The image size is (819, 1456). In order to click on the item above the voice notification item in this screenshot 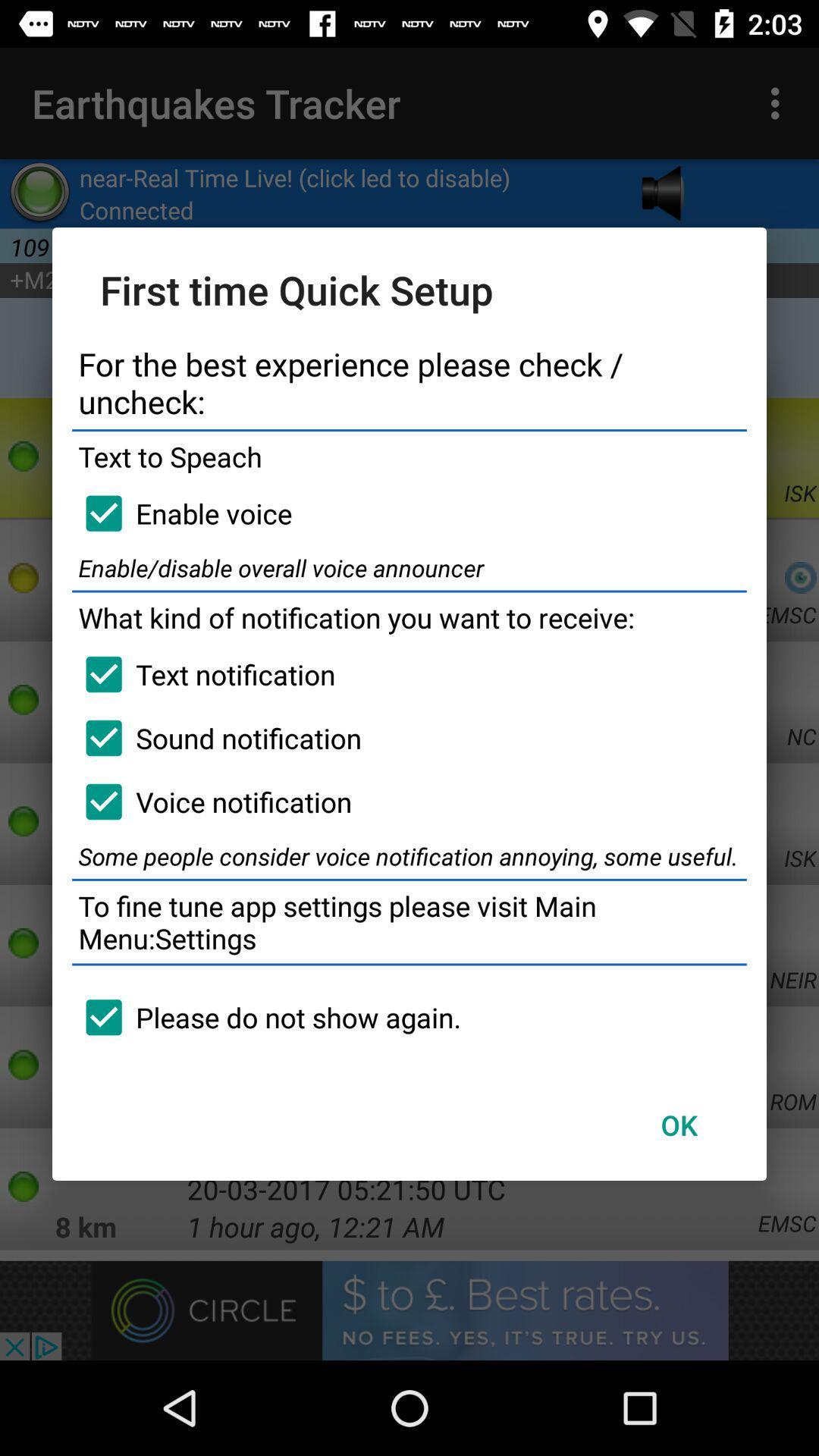, I will do `click(217, 738)`.